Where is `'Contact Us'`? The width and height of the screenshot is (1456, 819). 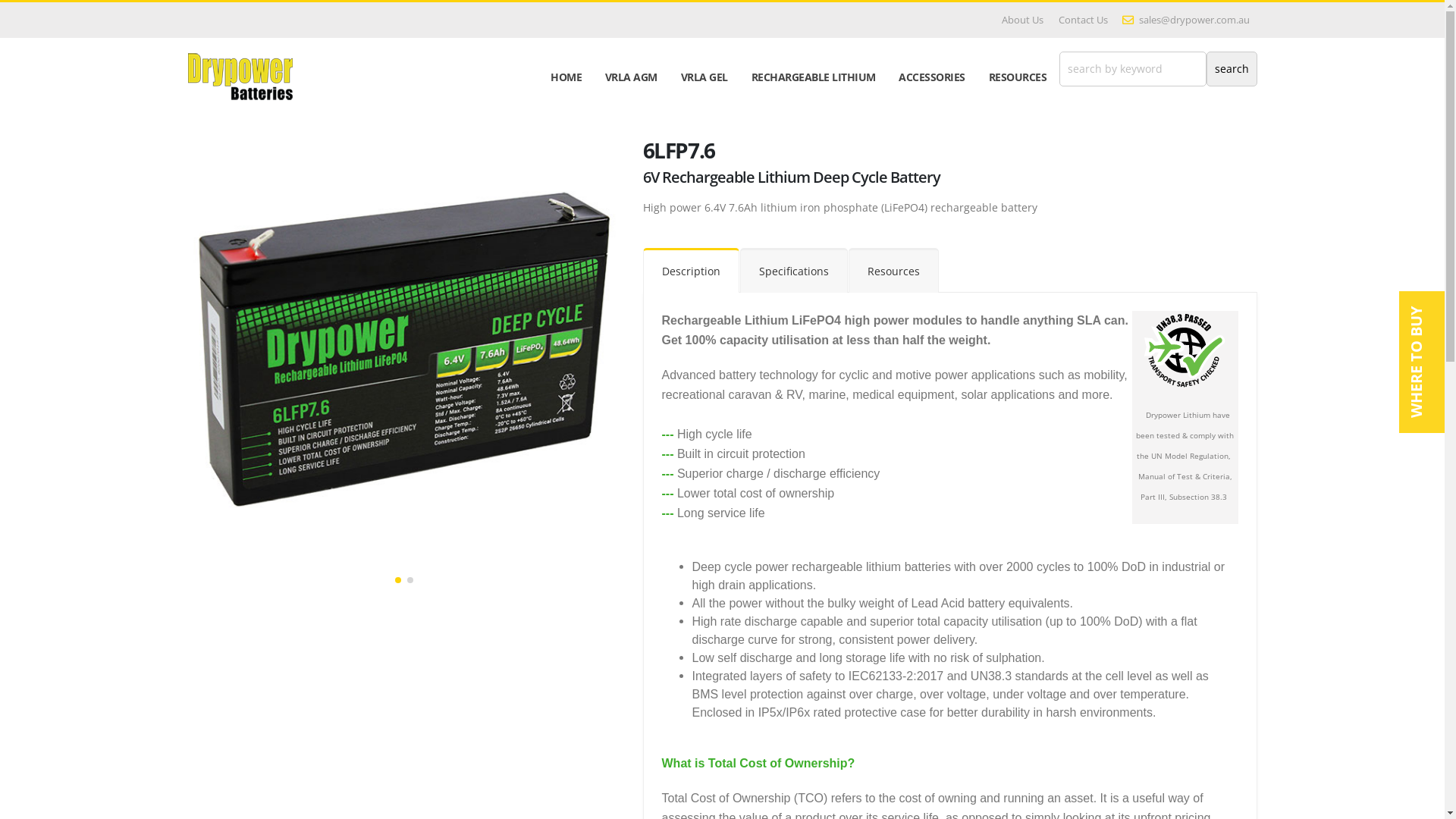 'Contact Us' is located at coordinates (1050, 20).